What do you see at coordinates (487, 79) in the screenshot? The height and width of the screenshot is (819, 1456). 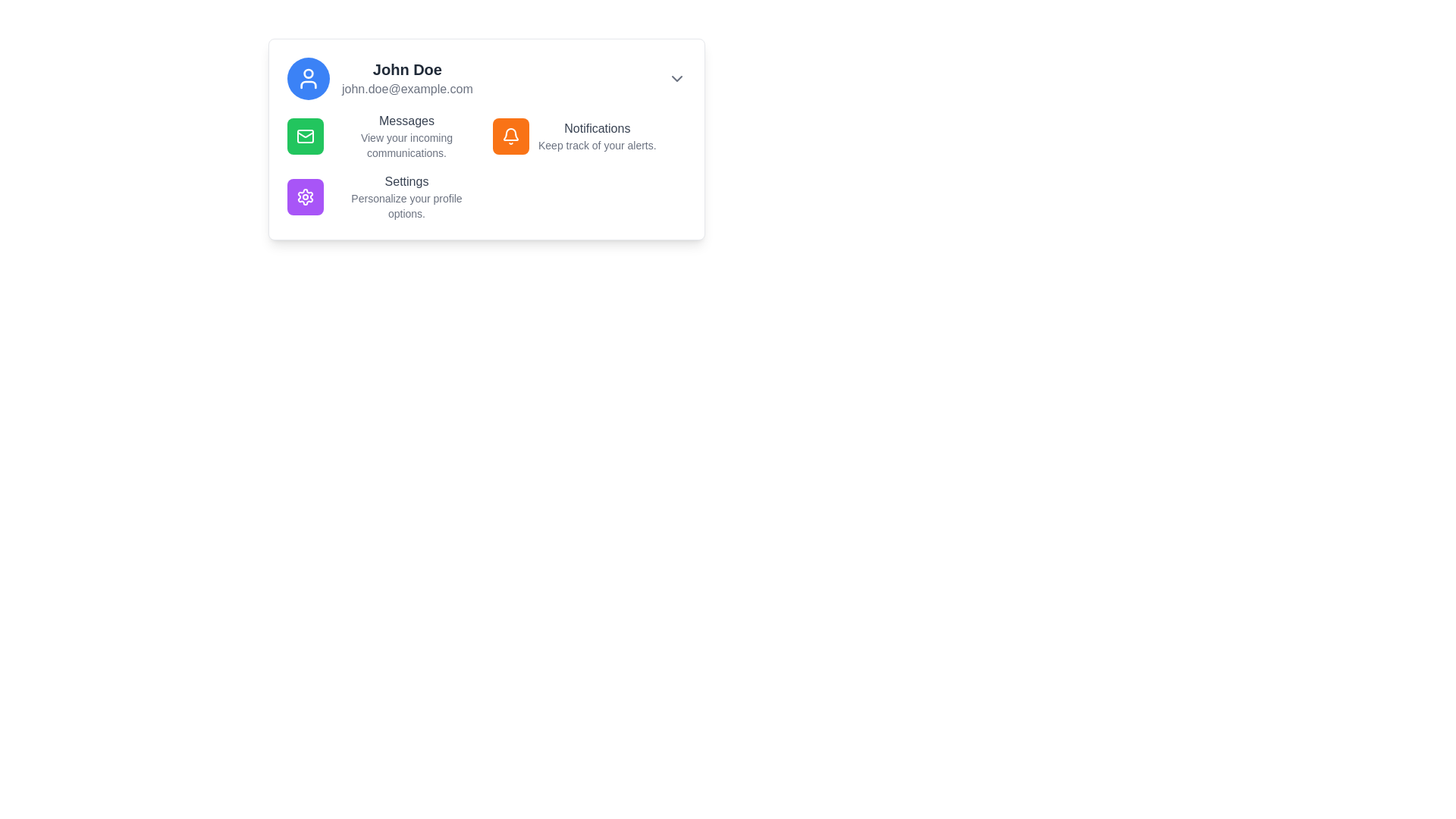 I see `the User profile summary dropdown to read the user details` at bounding box center [487, 79].